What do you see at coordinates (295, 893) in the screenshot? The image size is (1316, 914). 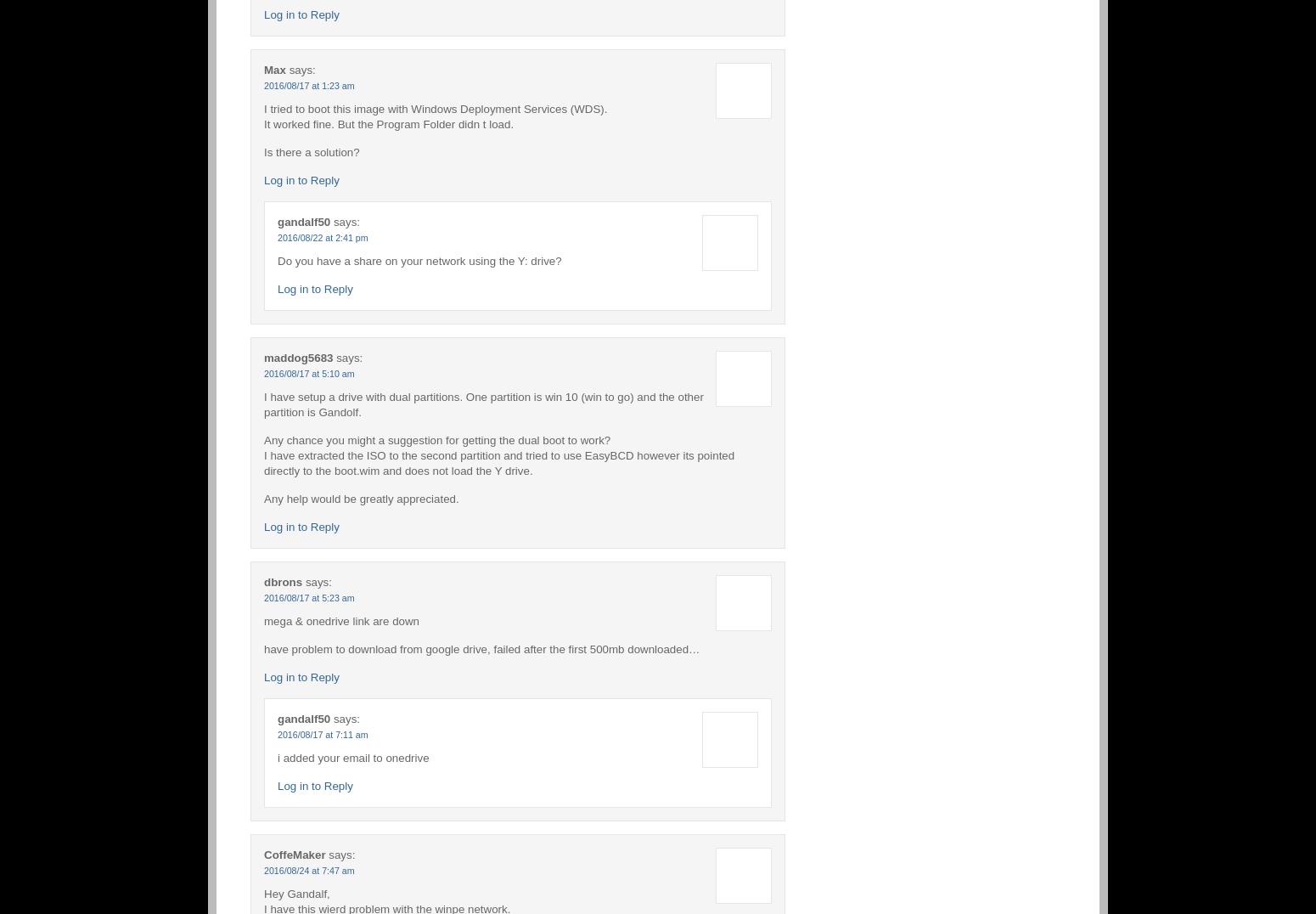 I see `'Hey Gandalf,'` at bounding box center [295, 893].